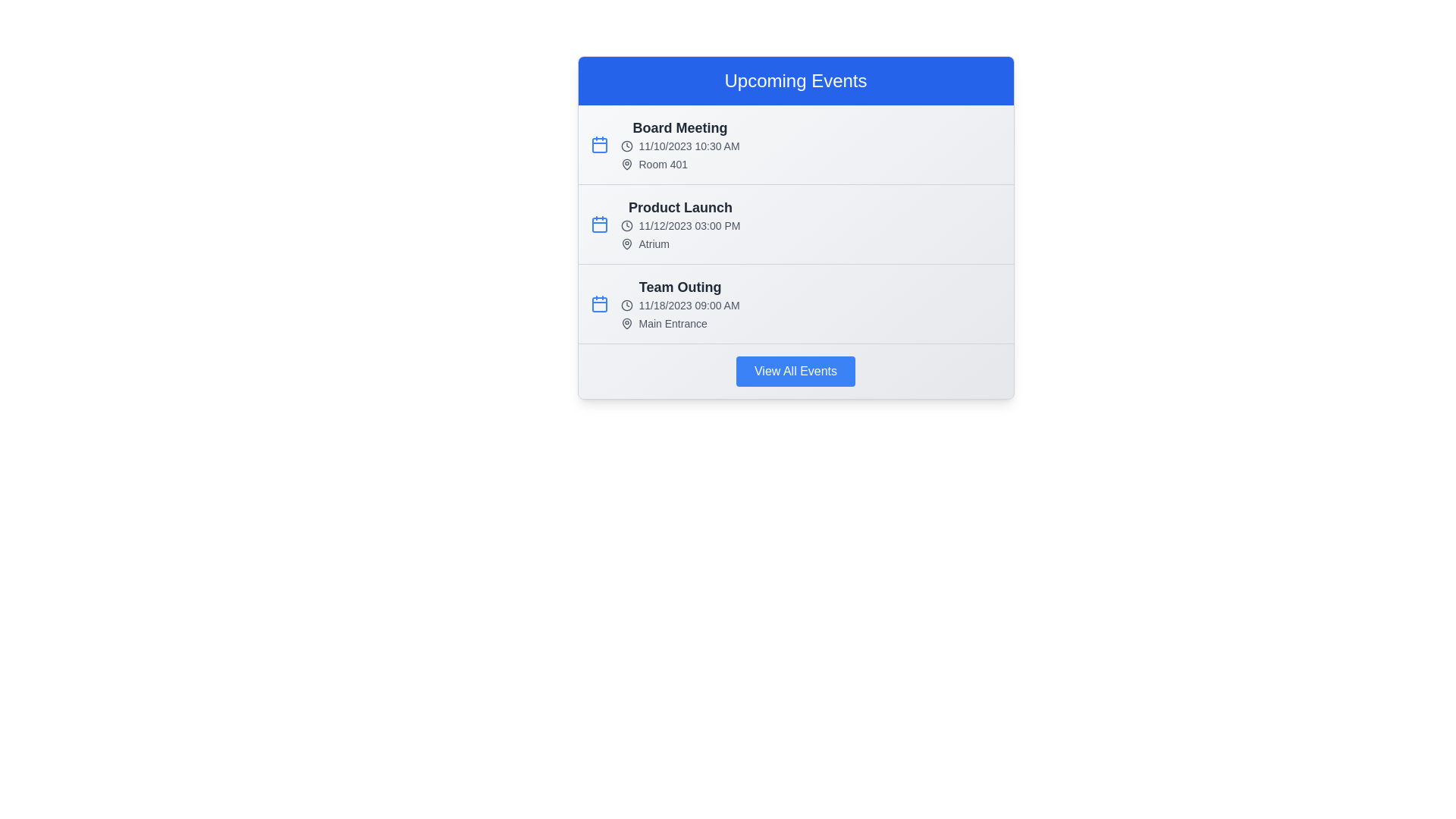 The image size is (1456, 819). Describe the element at coordinates (679, 127) in the screenshot. I see `the 'Board Meeting' text element, which is styled in bold and dark gray, positioned in the first row of the event listing under 'Upcoming Events'` at that location.